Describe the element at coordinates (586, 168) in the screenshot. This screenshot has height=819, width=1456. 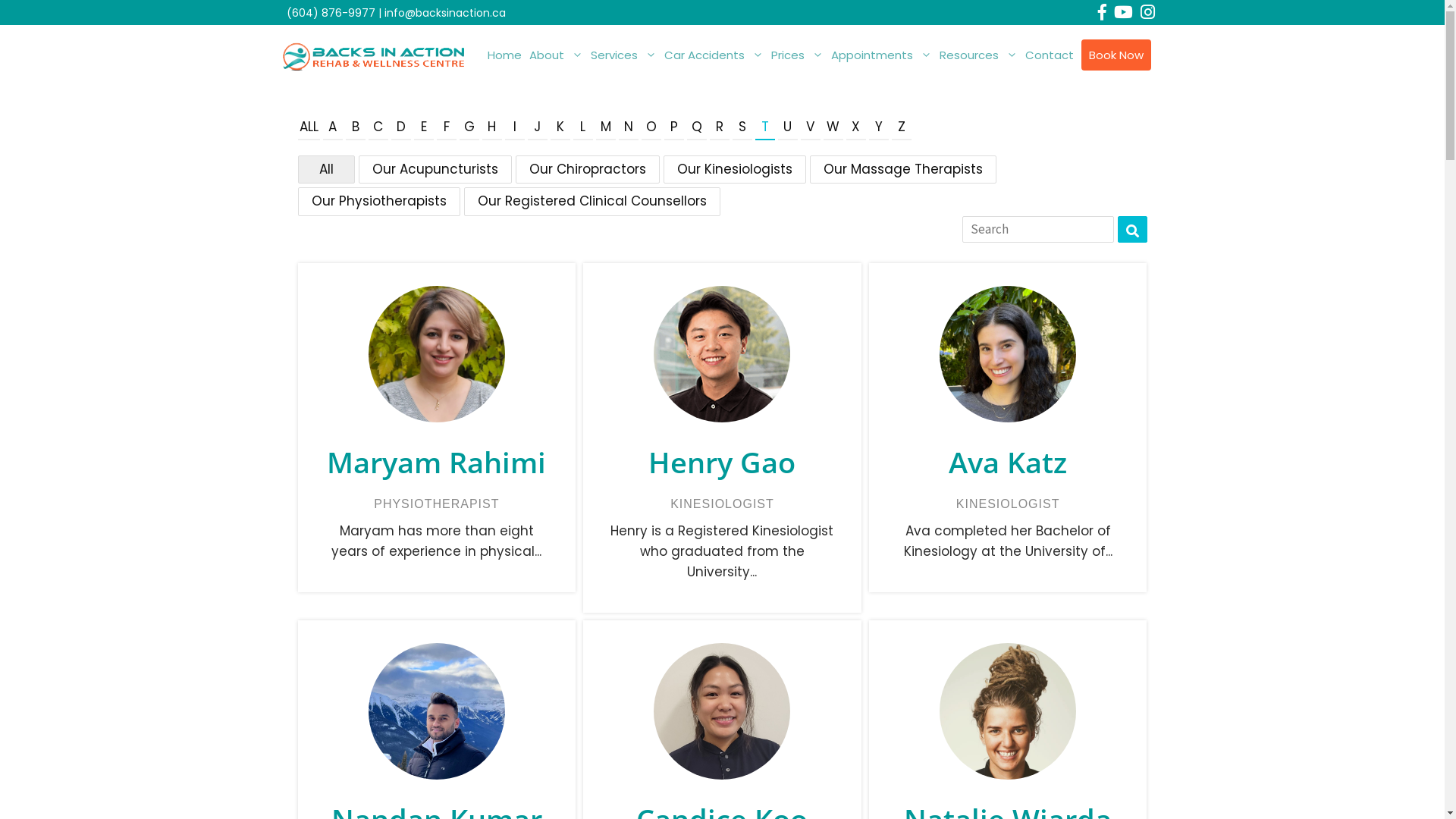
I see `'Our Chiropractors'` at that location.